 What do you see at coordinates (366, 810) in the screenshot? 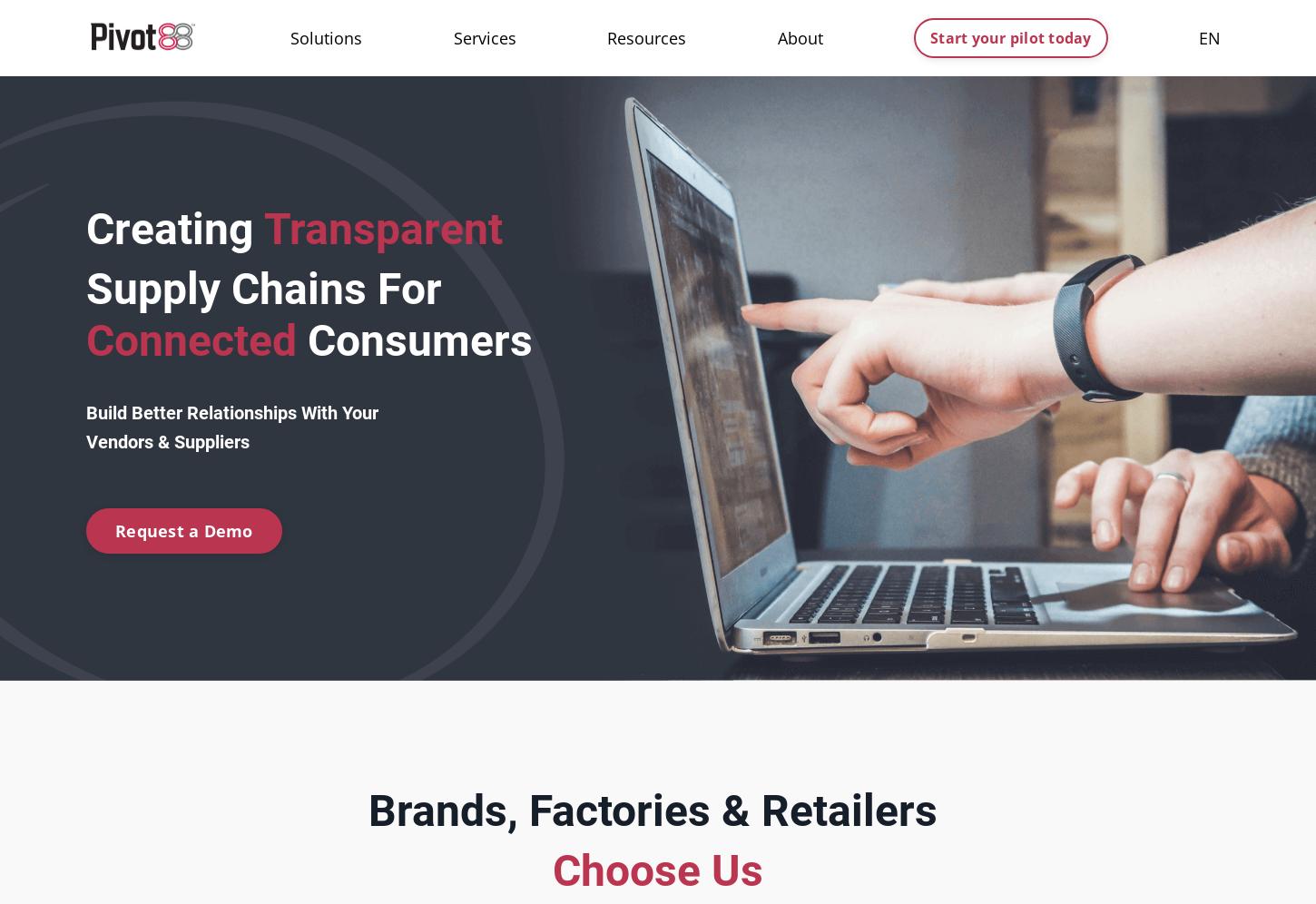
I see `'Brands, Factories & Retailers'` at bounding box center [366, 810].